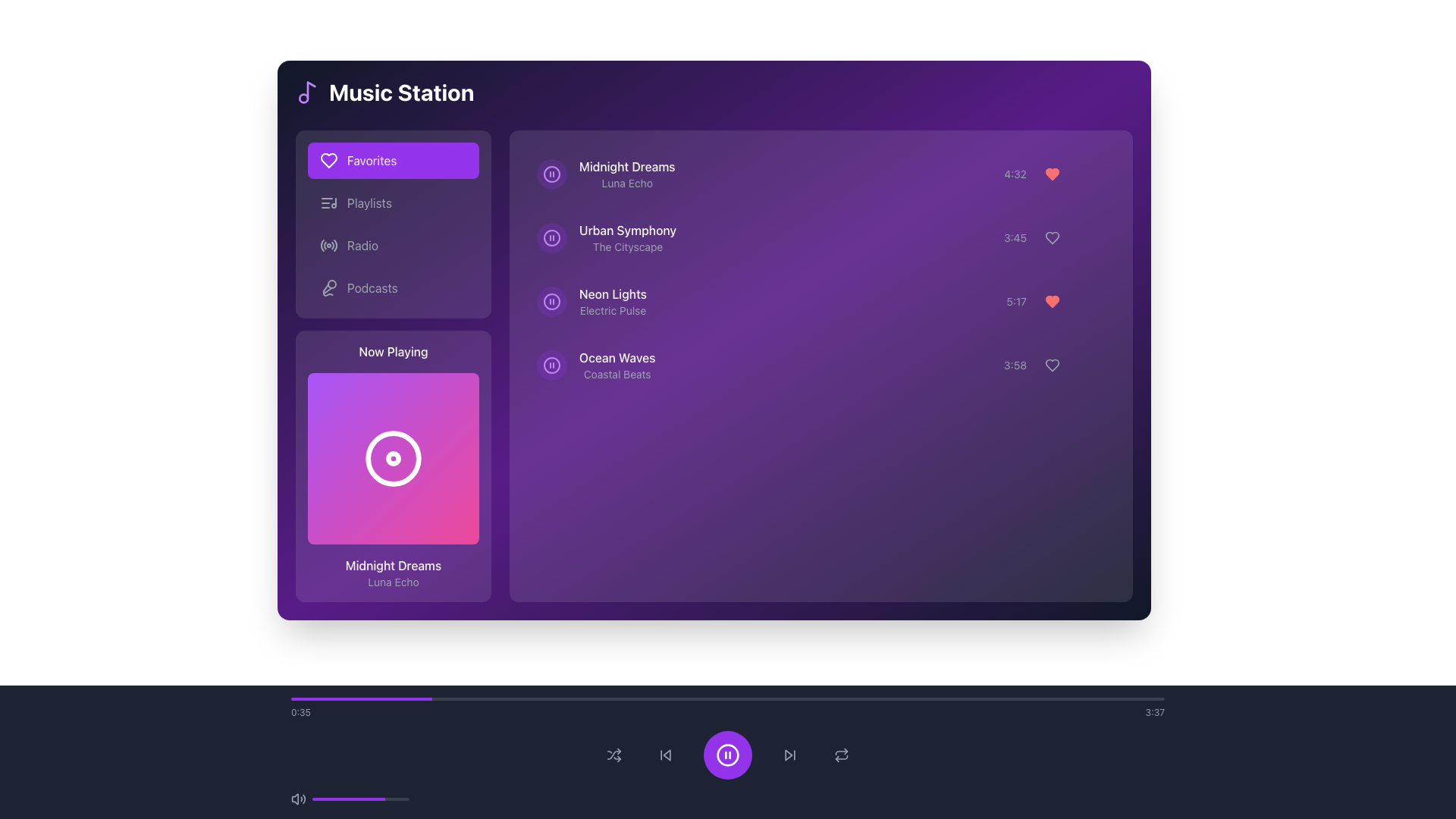 This screenshot has width=1456, height=819. Describe the element at coordinates (384, 93) in the screenshot. I see `the bold, large white text label reading 'Music Station' located at the top-left corner of the main interface, adjacent to the purple music note icon` at that location.